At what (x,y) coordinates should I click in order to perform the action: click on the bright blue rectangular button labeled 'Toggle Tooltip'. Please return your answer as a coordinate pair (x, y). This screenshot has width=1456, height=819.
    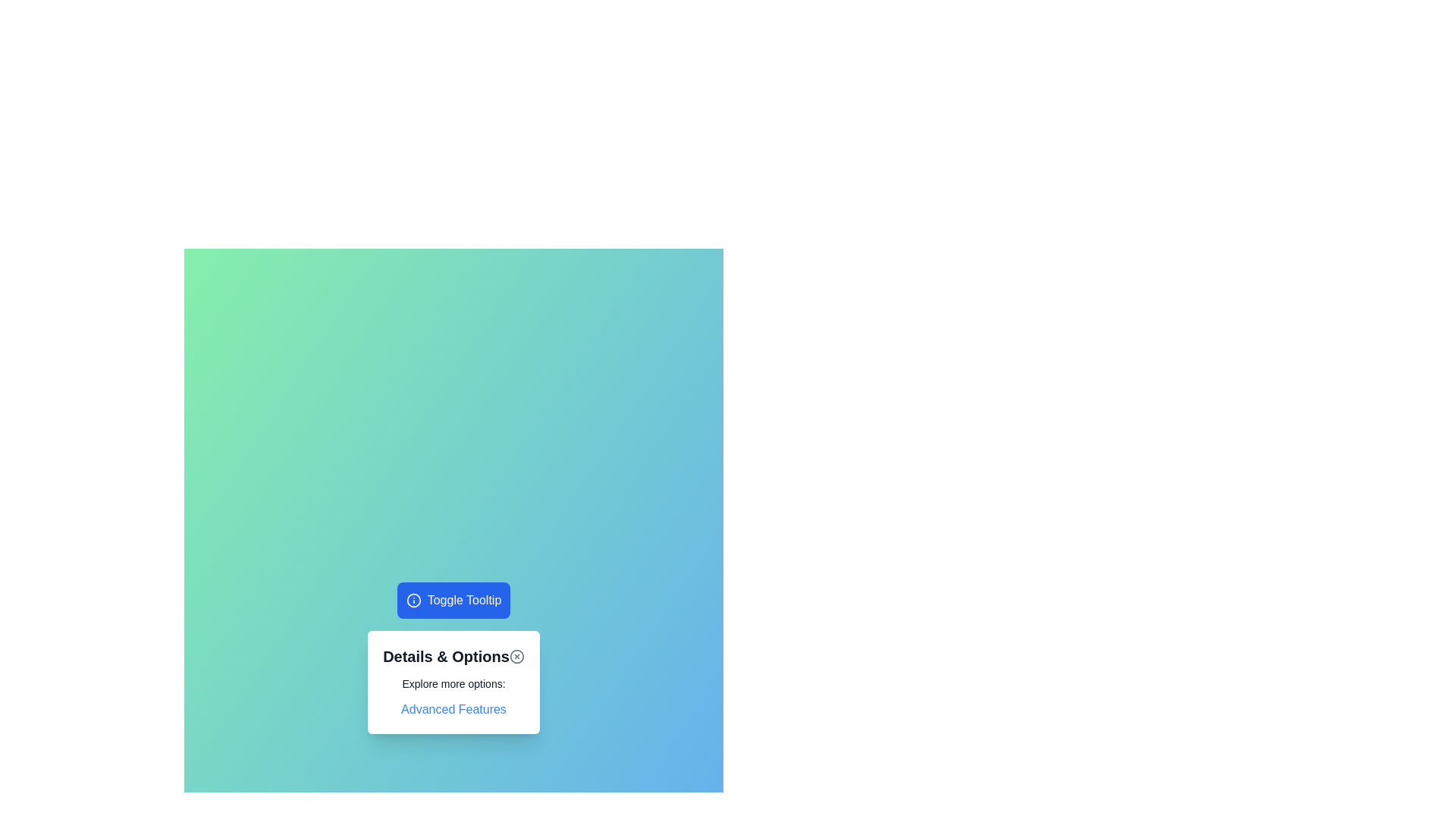
    Looking at the image, I should click on (453, 599).